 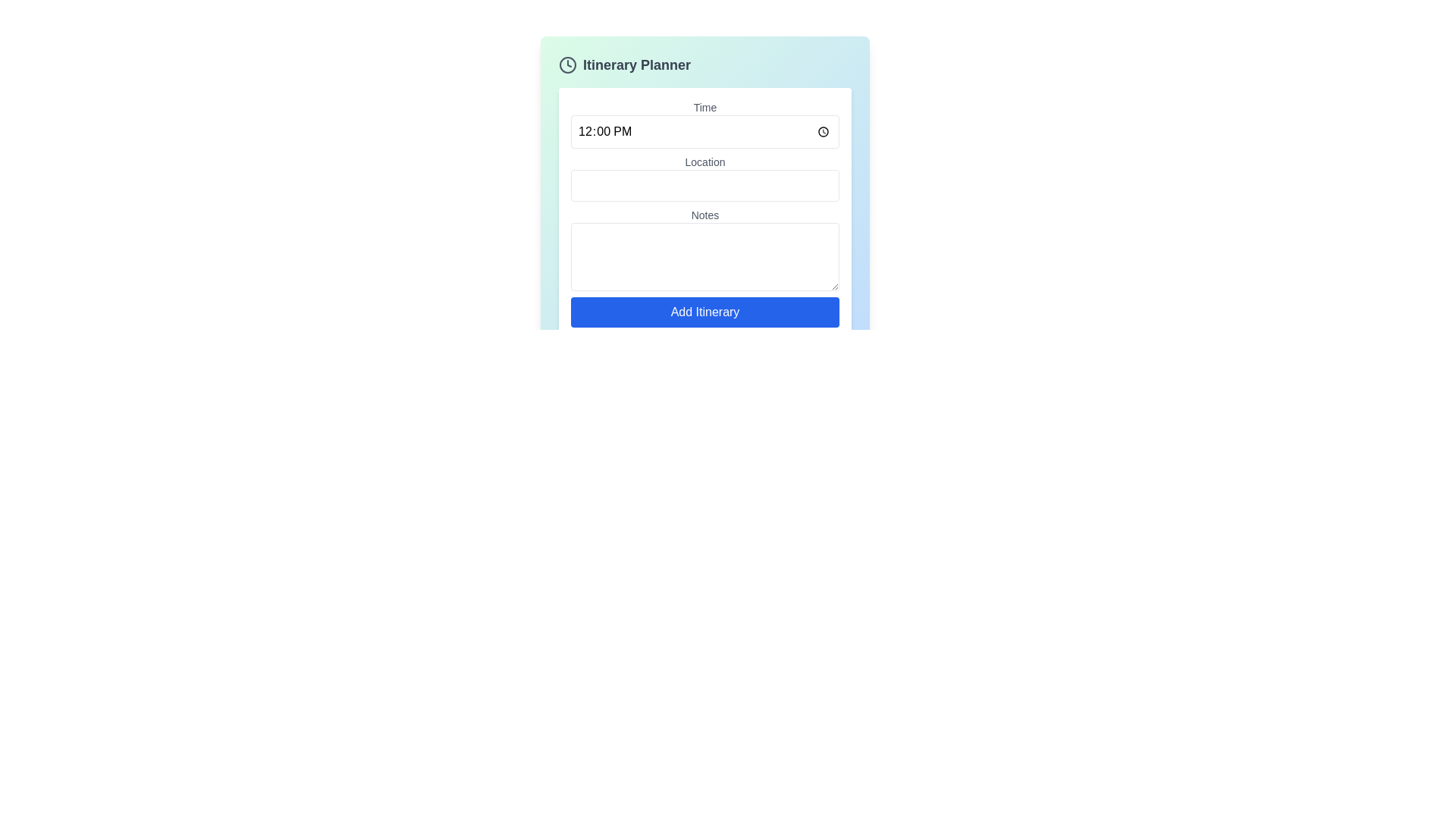 What do you see at coordinates (566, 64) in the screenshot?
I see `the clock icon with a circular outline and clock hands, located to the left of the 'Itinerary Planner' title in the header section` at bounding box center [566, 64].